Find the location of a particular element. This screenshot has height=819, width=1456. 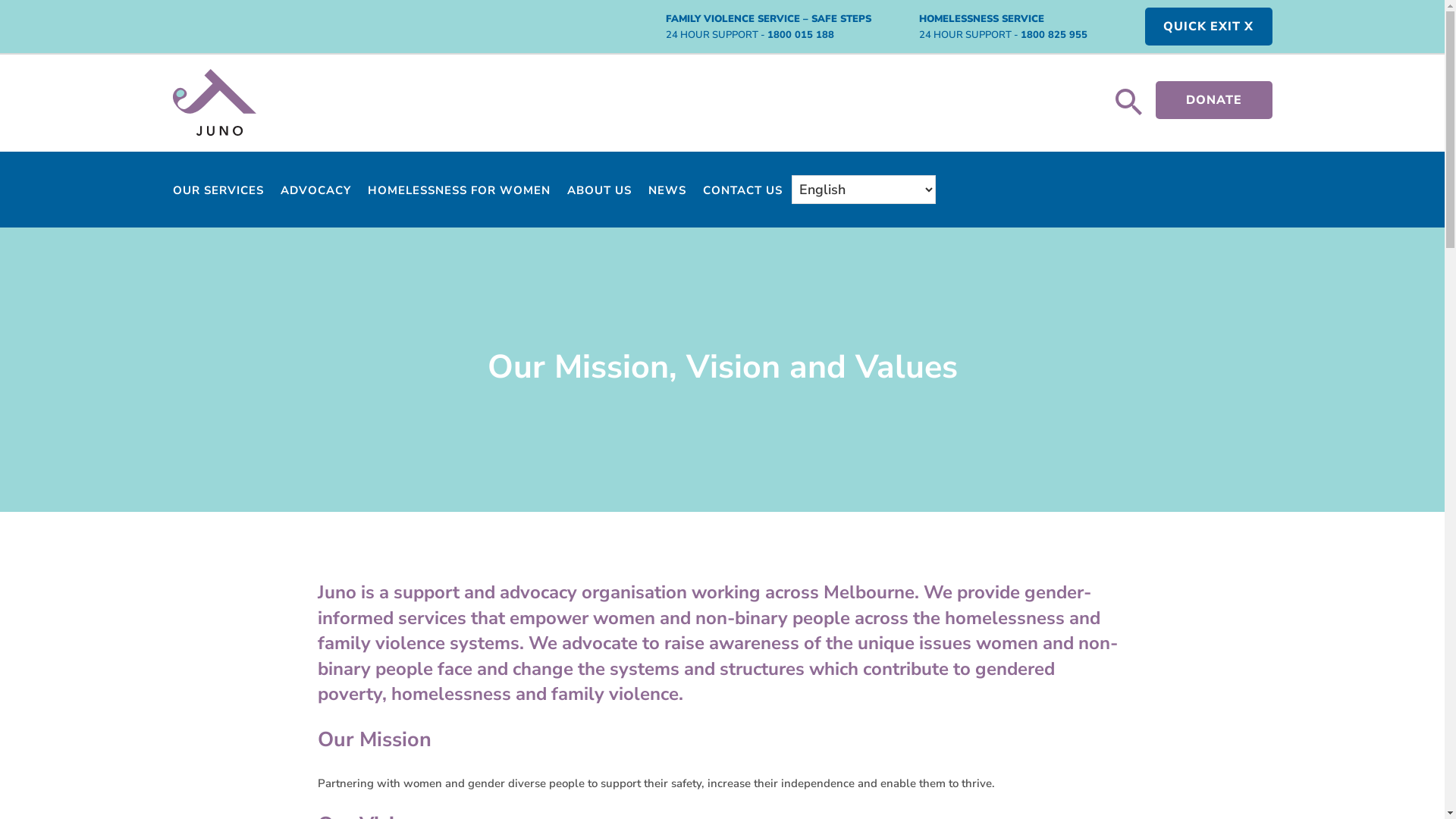

'CONTACT US' is located at coordinates (742, 191).